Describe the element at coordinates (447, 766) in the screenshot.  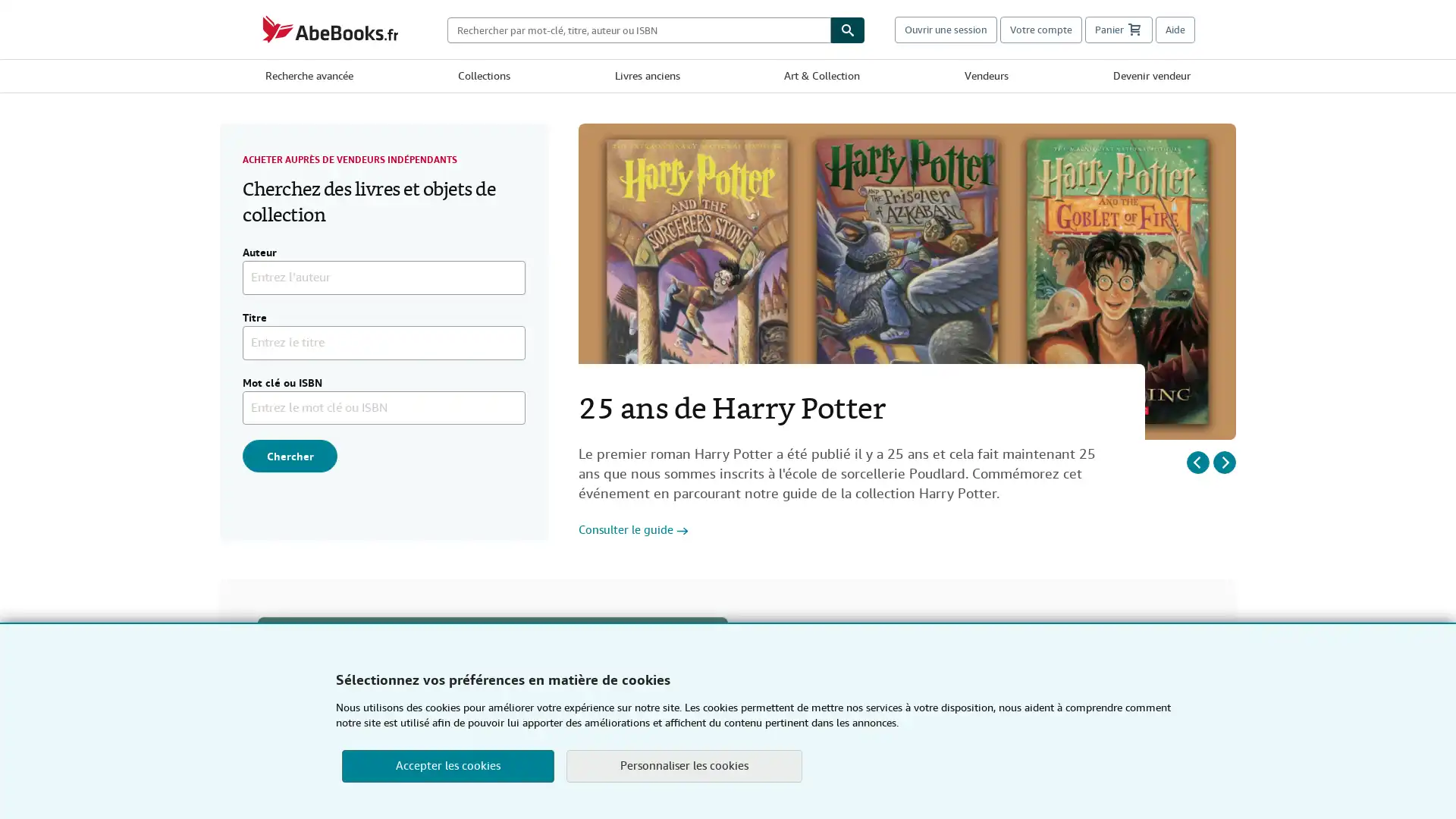
I see `Accepter les cookies` at that location.